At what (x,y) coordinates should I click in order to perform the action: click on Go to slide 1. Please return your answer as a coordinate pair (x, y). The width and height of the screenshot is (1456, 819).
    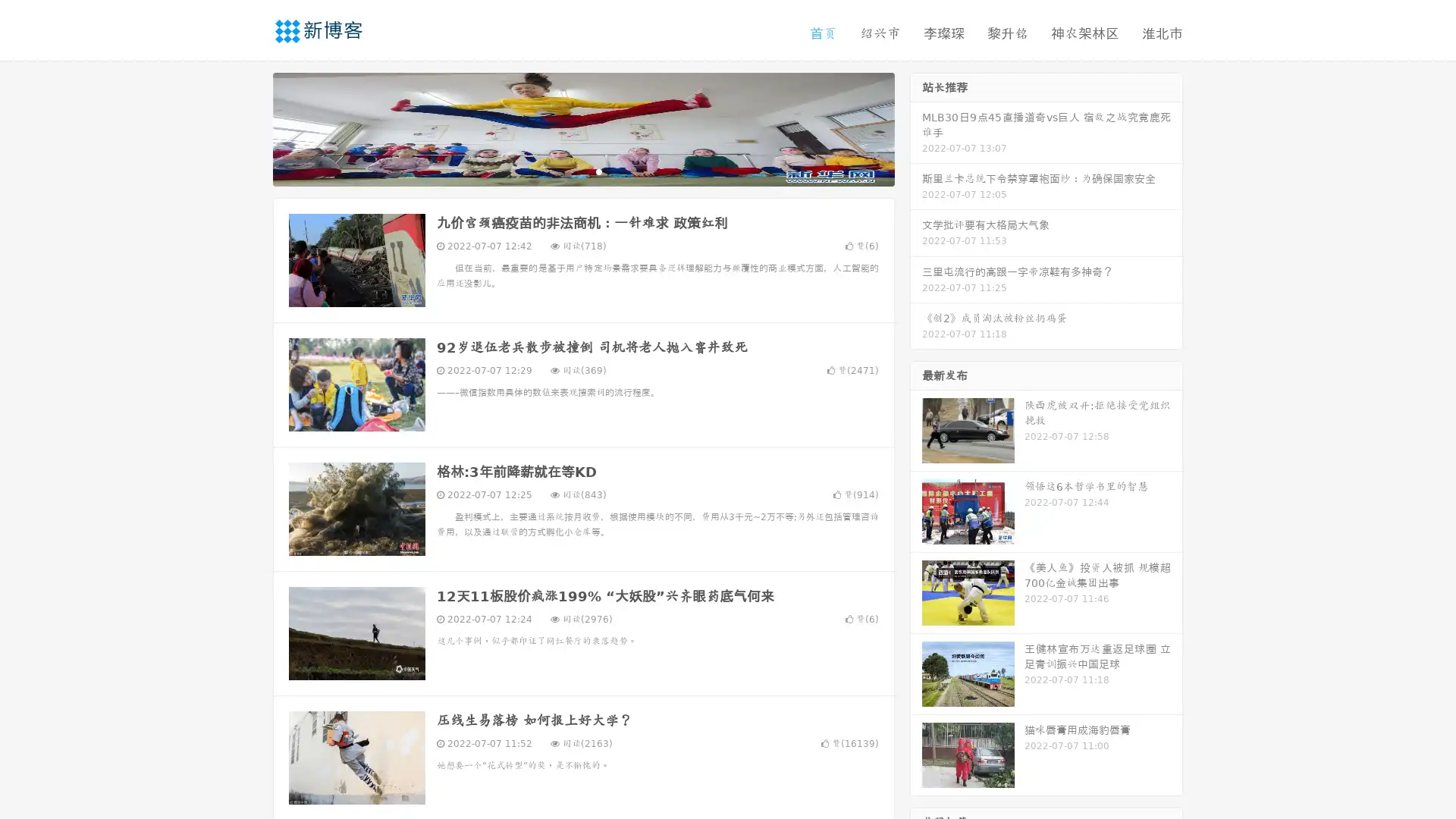
    Looking at the image, I should click on (567, 171).